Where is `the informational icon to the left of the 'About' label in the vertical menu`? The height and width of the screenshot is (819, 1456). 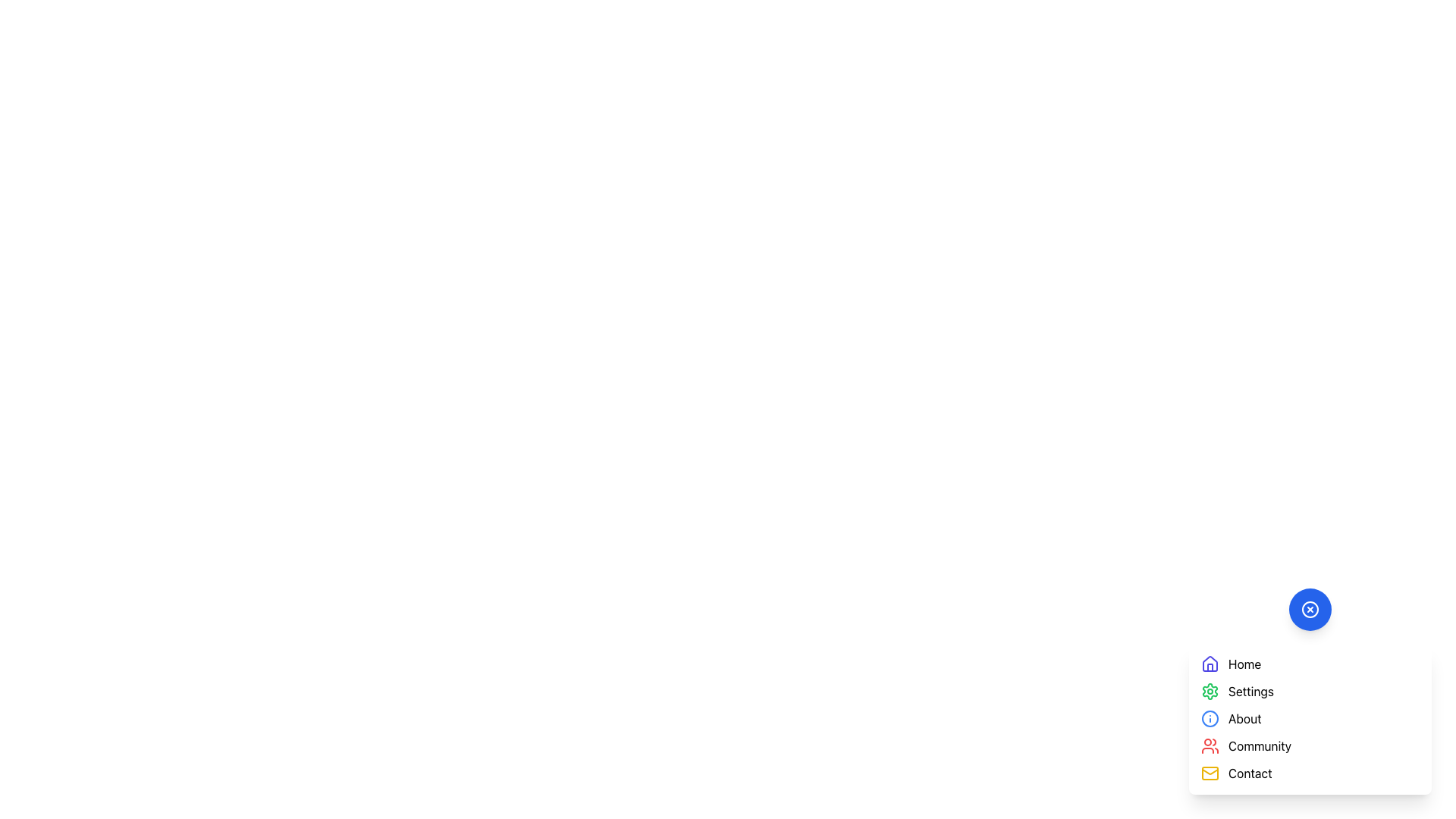
the informational icon to the left of the 'About' label in the vertical menu is located at coordinates (1210, 718).